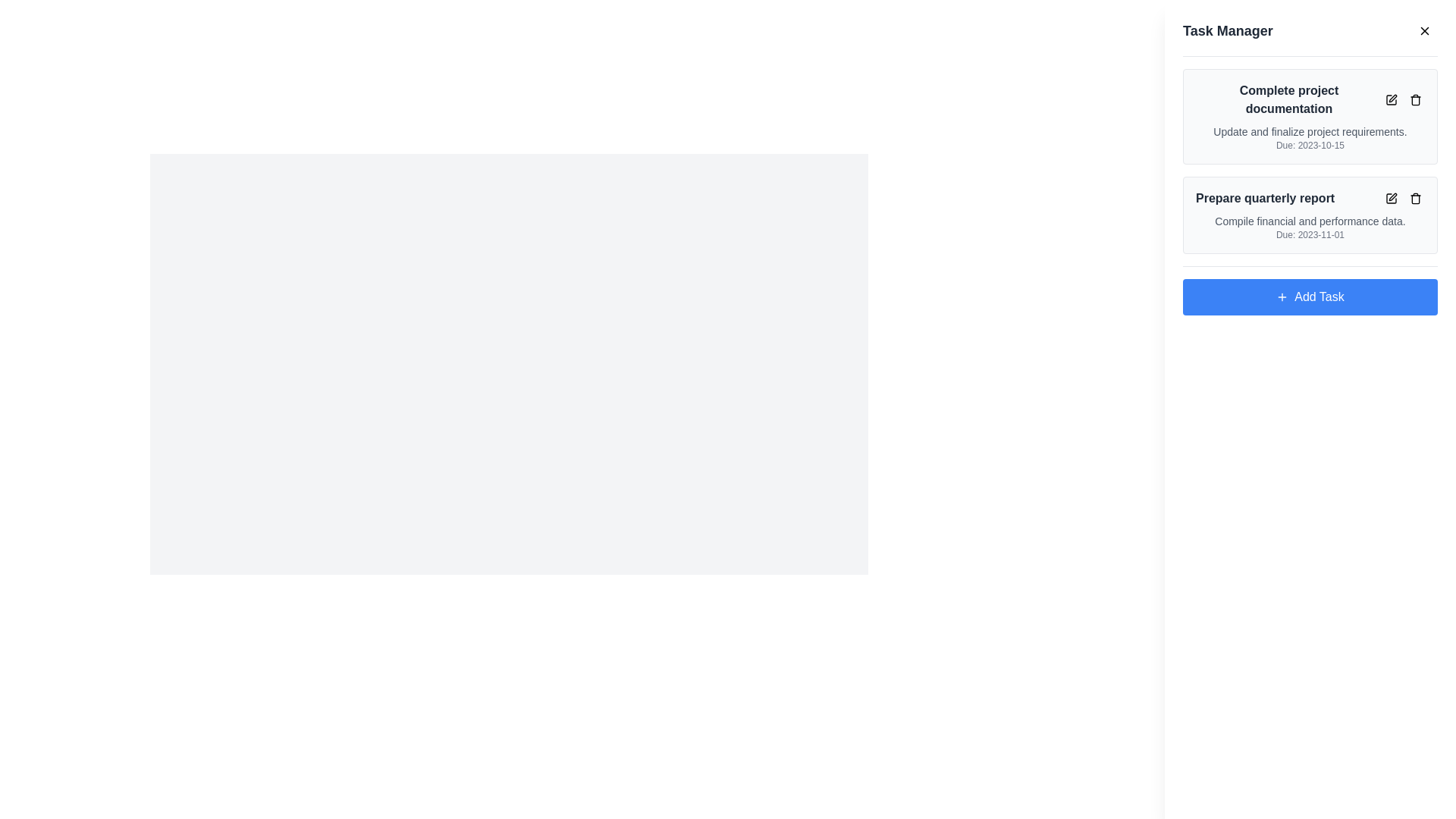 The image size is (1456, 819). Describe the element at coordinates (1391, 198) in the screenshot. I see `the edit icon button located near the top right corner of the second task's rectangular card in the Task Manager panel` at that location.